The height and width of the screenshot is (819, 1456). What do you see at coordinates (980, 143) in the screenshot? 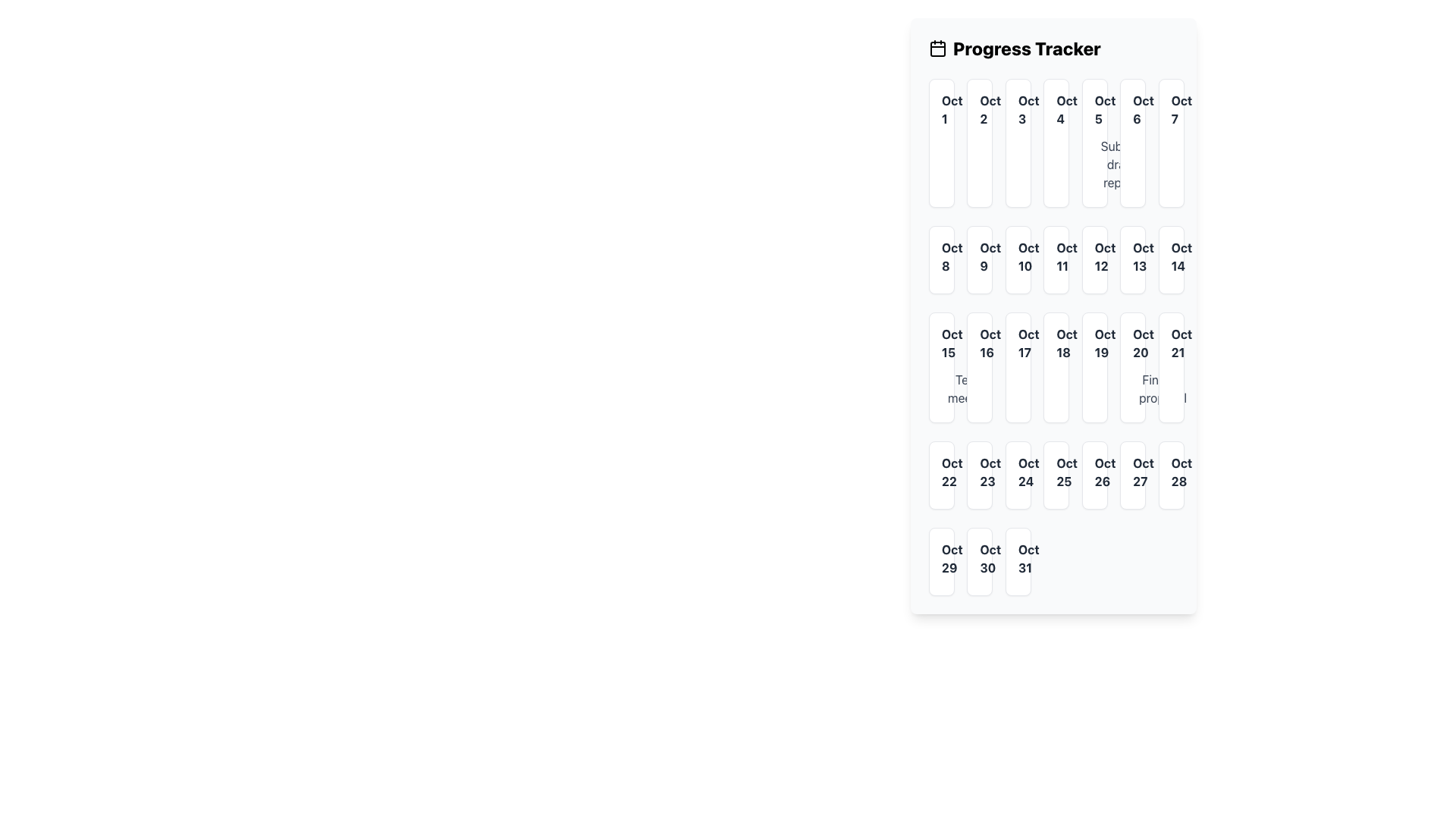
I see `the Date Cell representing 'Oct 2' in the calendar, which is the second cell of the first row, adjacent to 'Oct 1' and 'Oct 3'` at bounding box center [980, 143].